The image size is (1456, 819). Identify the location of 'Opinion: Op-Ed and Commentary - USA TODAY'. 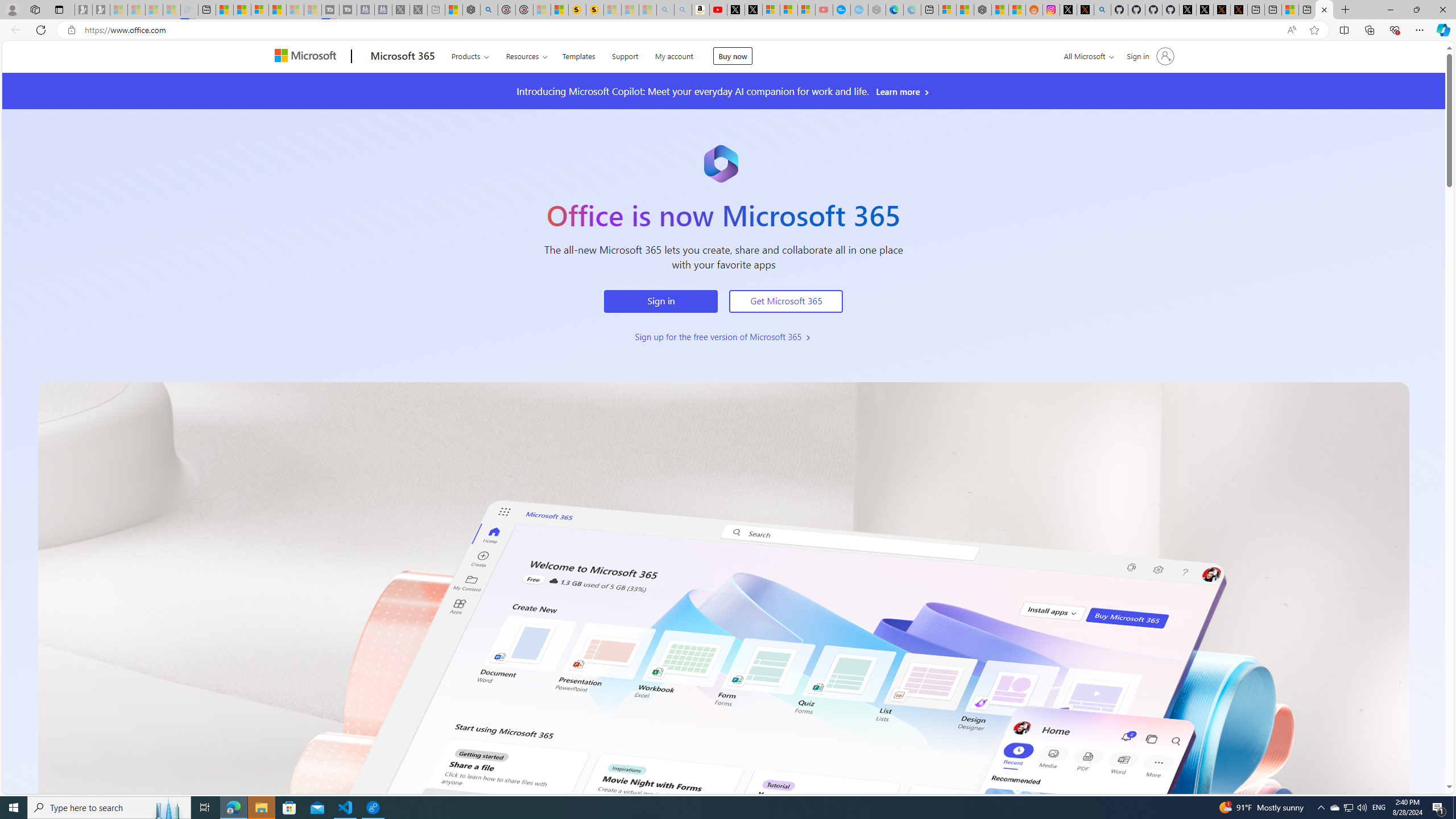
(841, 9).